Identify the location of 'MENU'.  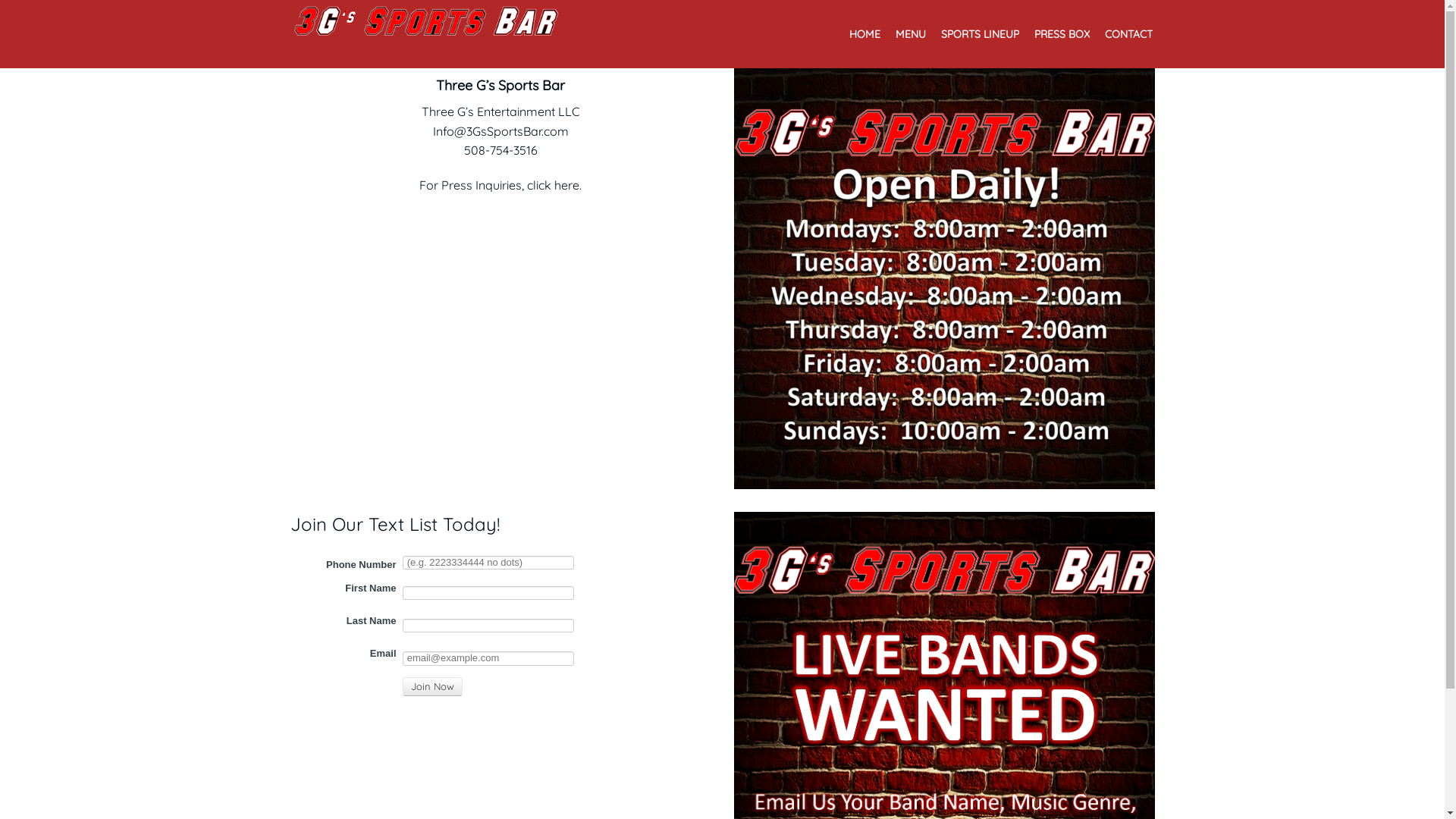
(910, 37).